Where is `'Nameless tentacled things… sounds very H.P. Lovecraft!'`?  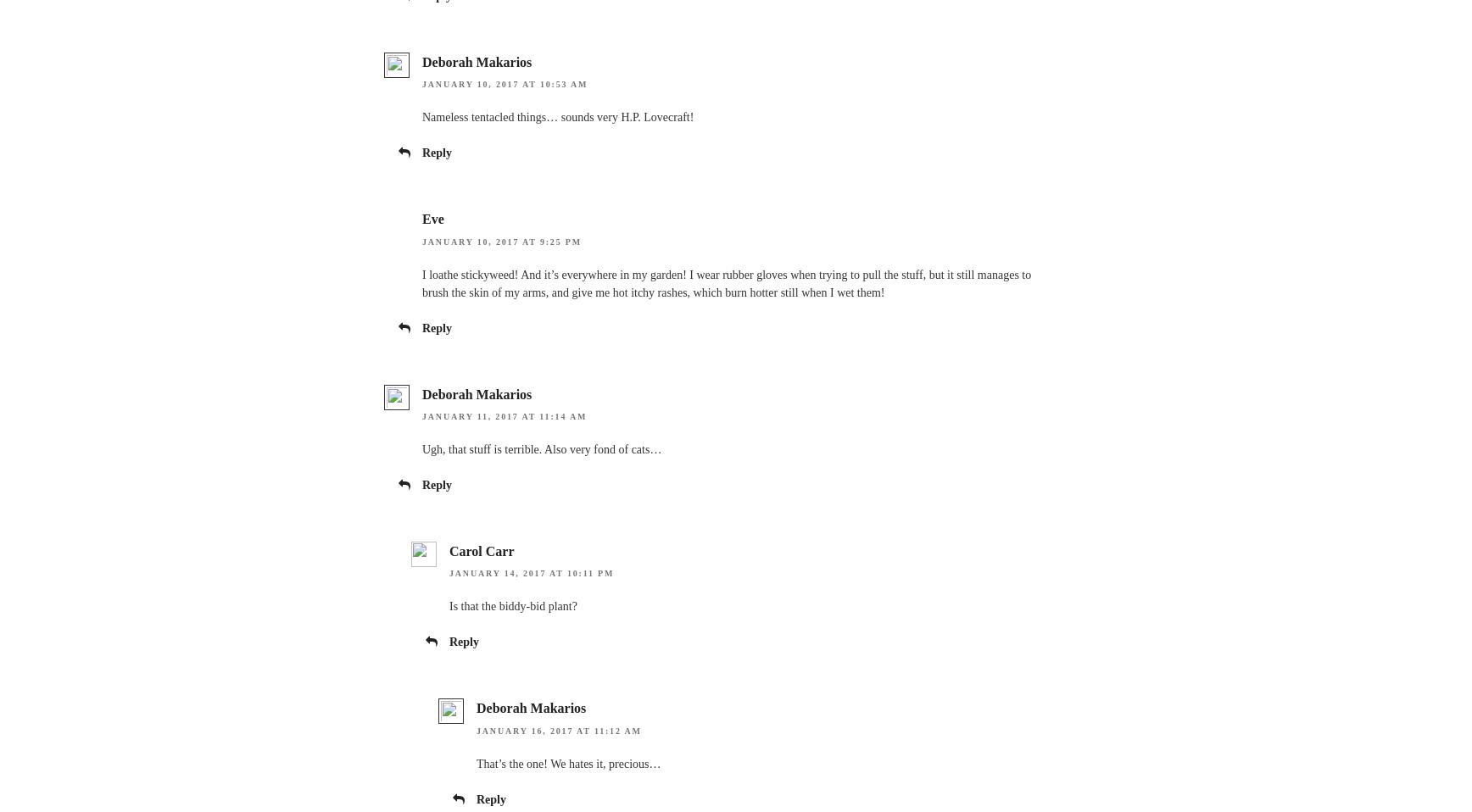 'Nameless tentacled things… sounds very H.P. Lovecraft!' is located at coordinates (557, 117).